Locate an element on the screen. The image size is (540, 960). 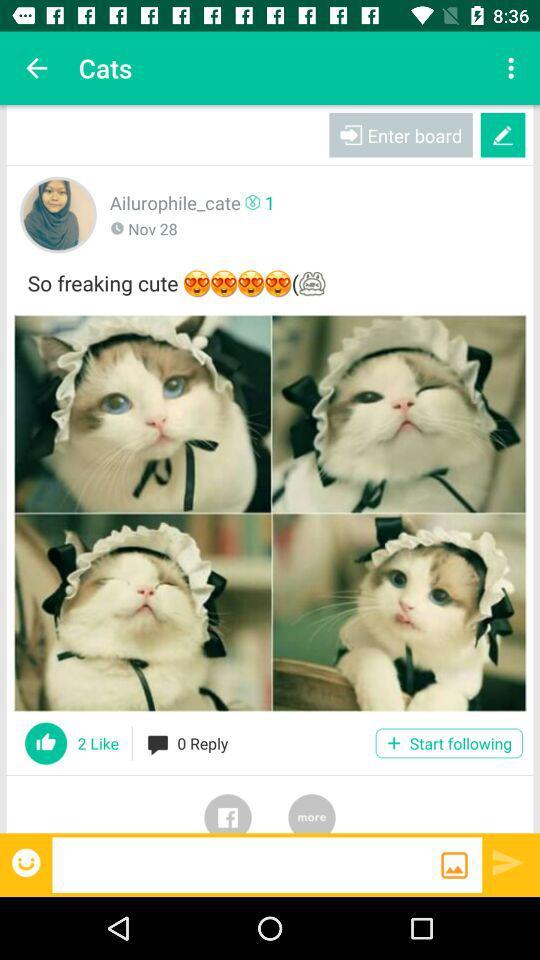
like the post is located at coordinates (46, 742).